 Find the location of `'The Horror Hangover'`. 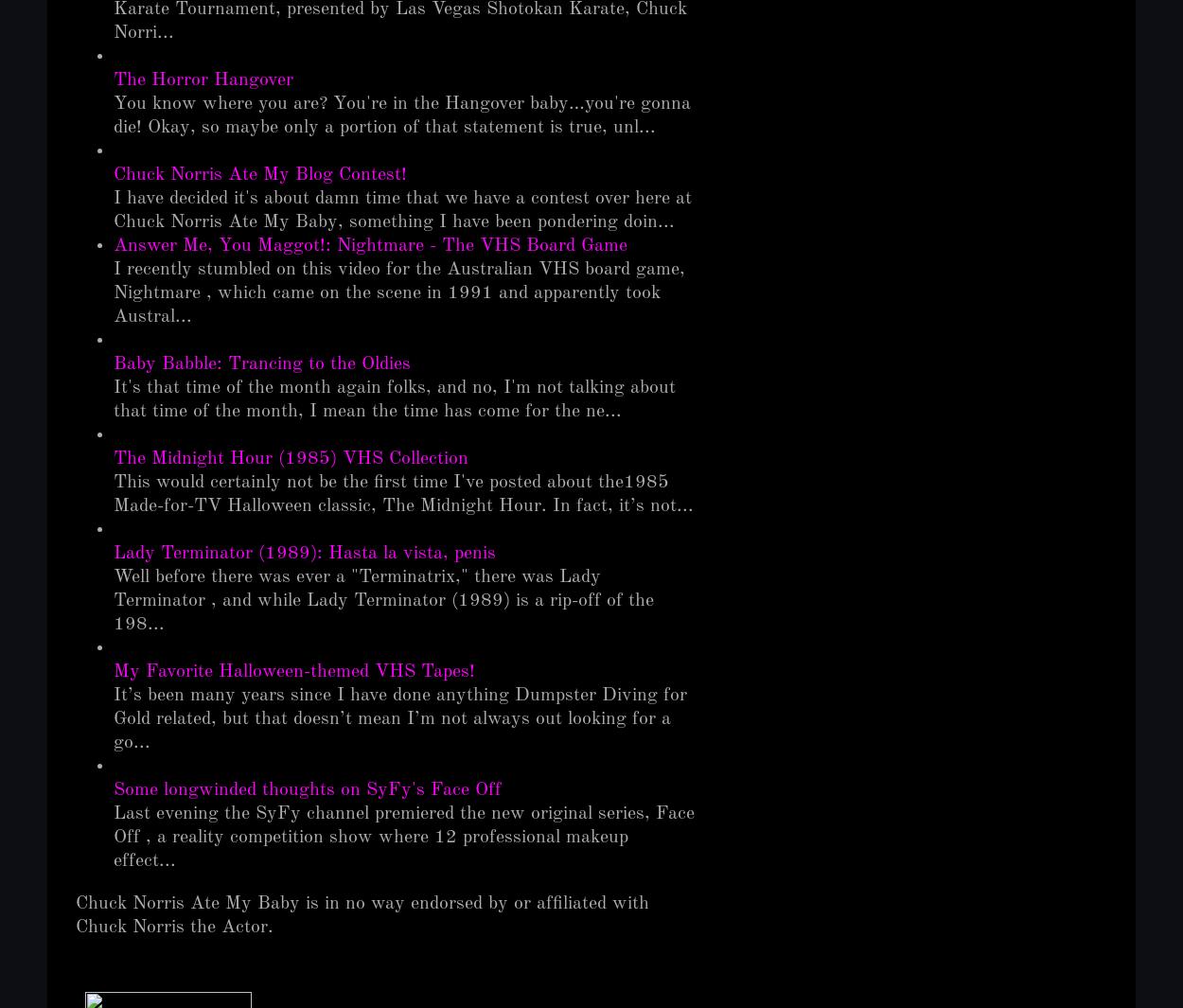

'The Horror Hangover' is located at coordinates (202, 79).